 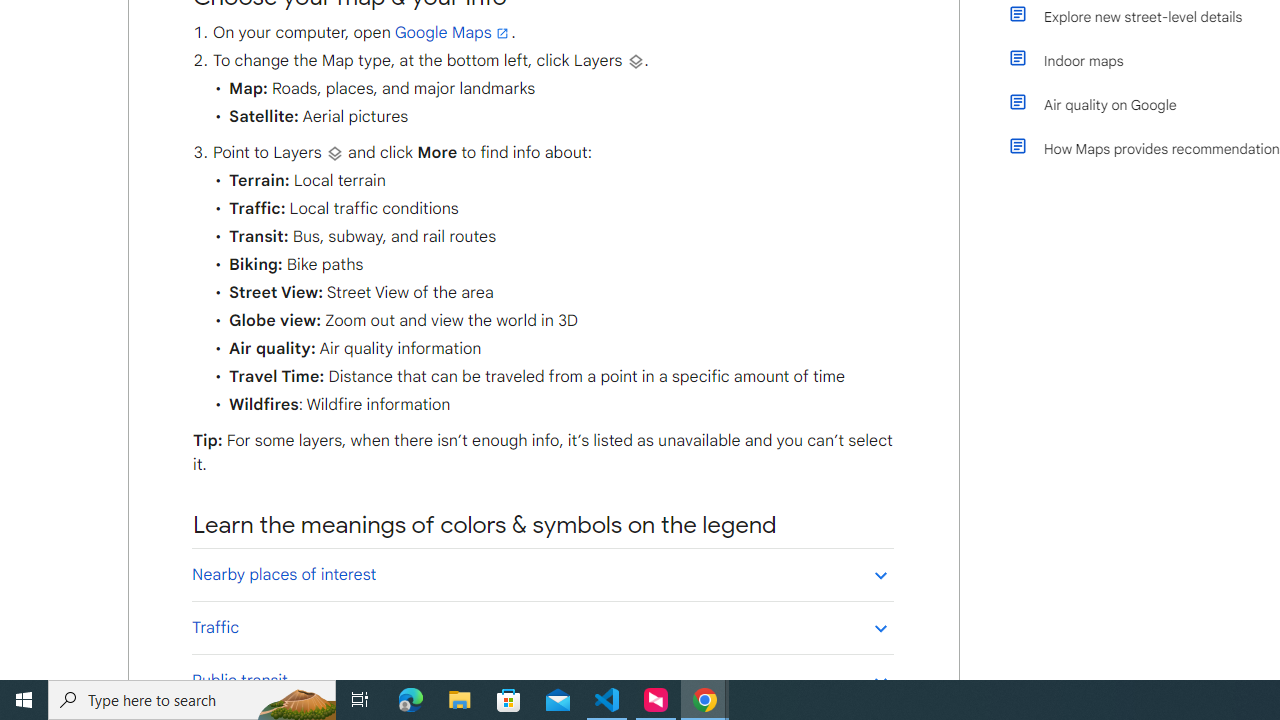 I want to click on 'Nearby places of interest', so click(x=542, y=574).